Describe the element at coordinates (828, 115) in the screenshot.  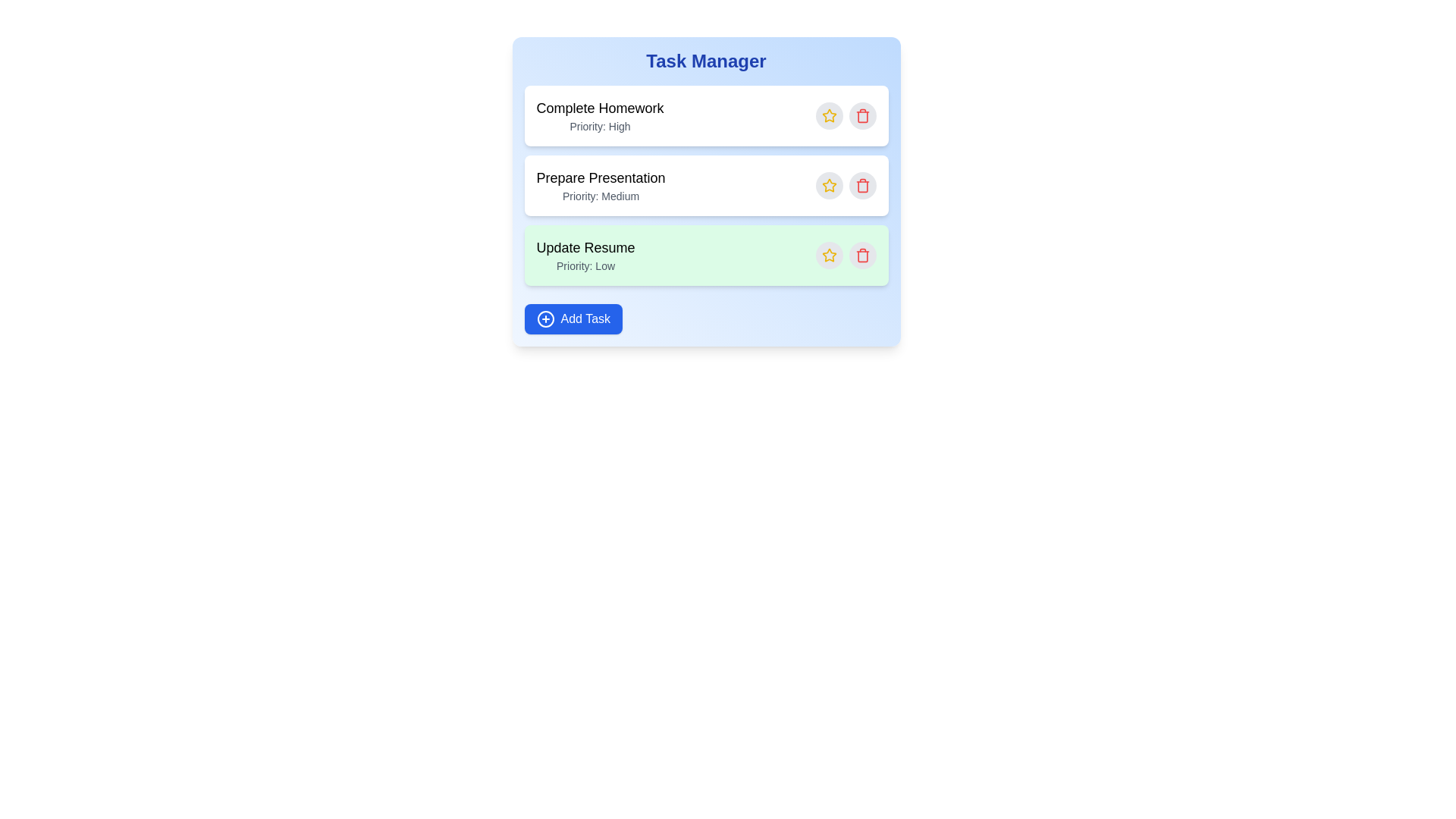
I see `the star button next to the task 'Complete Homework' to mark it as completed` at that location.